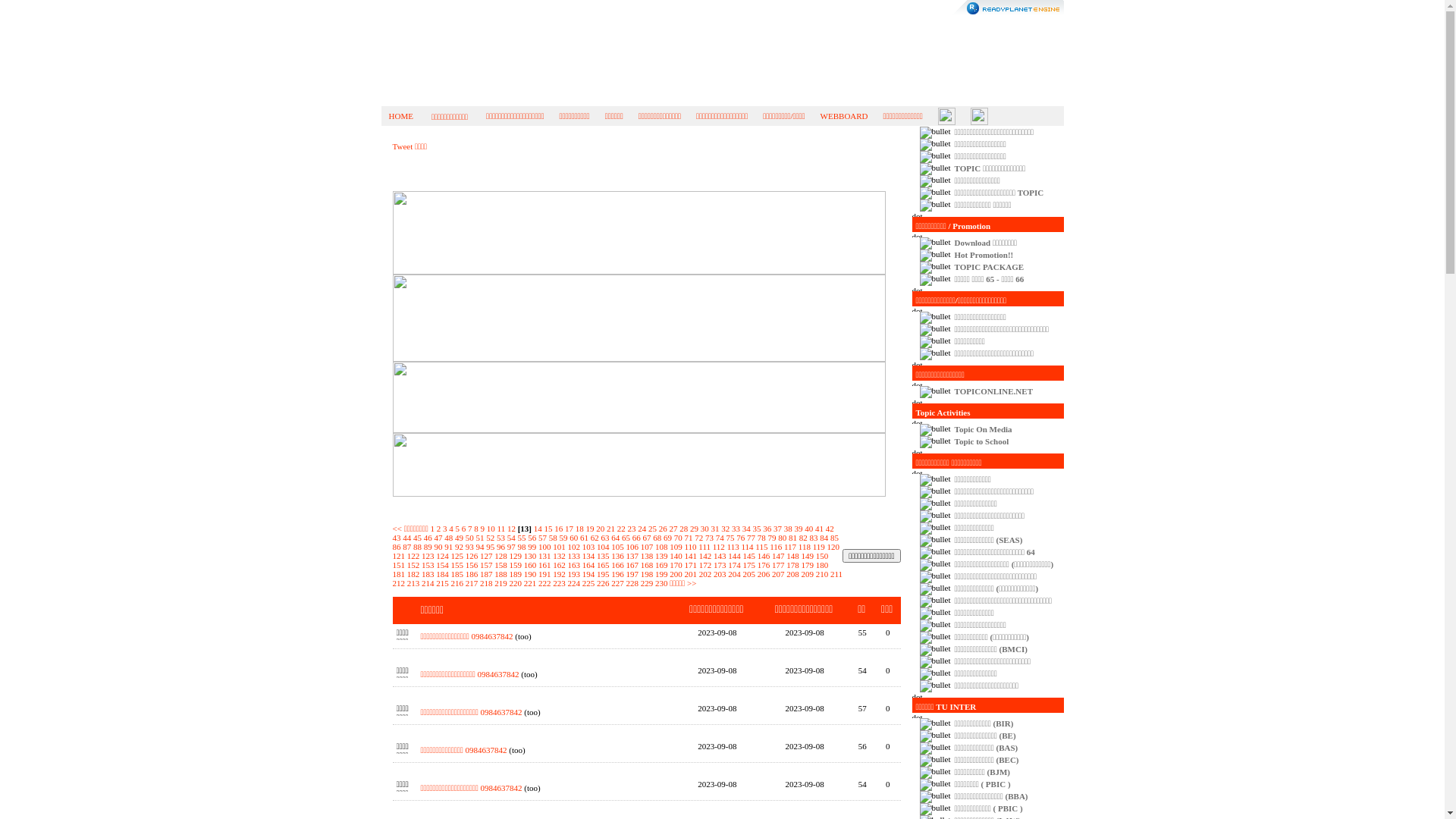 The height and width of the screenshot is (819, 1456). I want to click on '229', so click(647, 582).